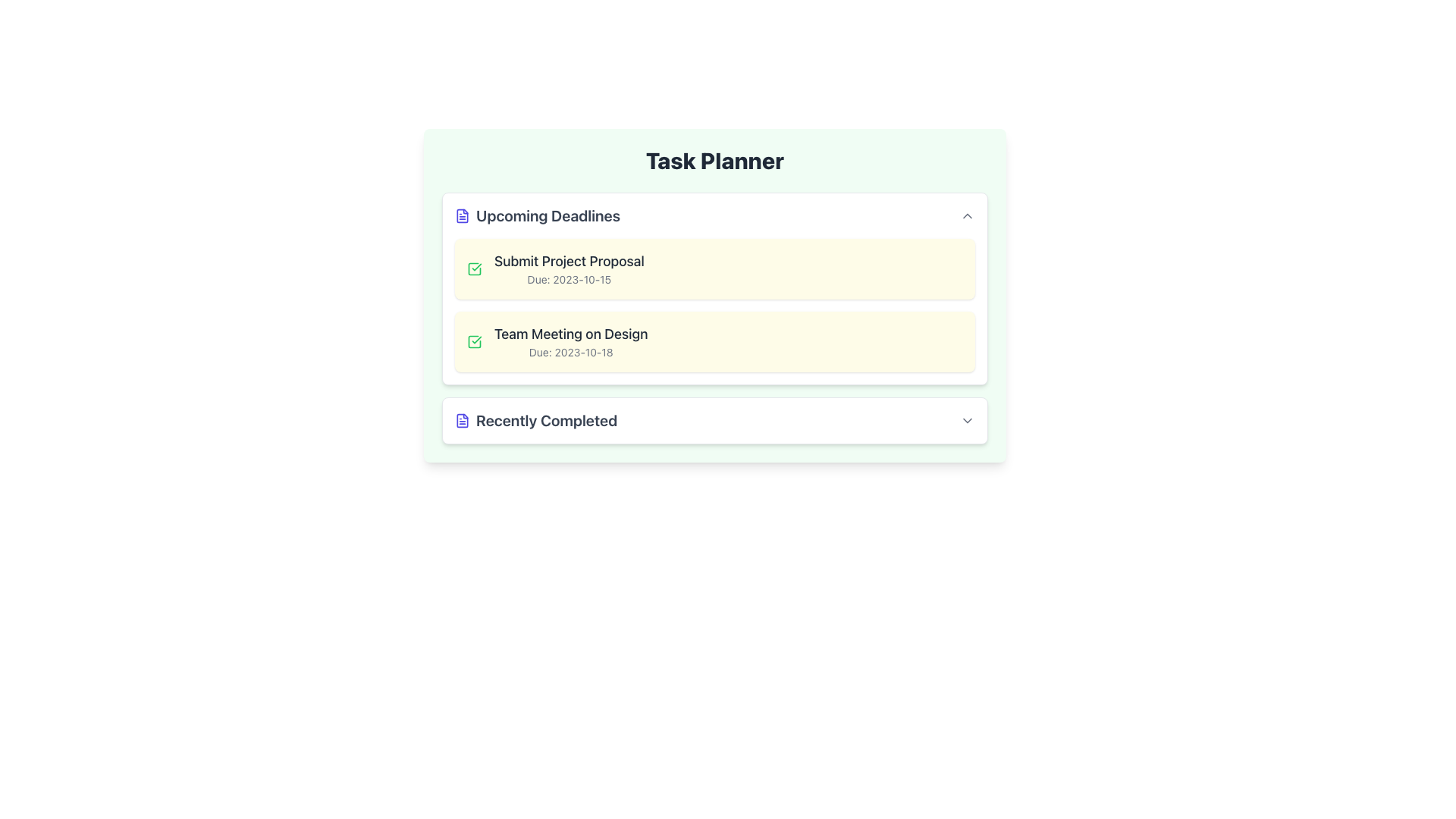 Image resolution: width=1456 pixels, height=819 pixels. I want to click on the minimal document icon located to the far left of the 'Upcoming Deadlines' section heading, so click(461, 216).